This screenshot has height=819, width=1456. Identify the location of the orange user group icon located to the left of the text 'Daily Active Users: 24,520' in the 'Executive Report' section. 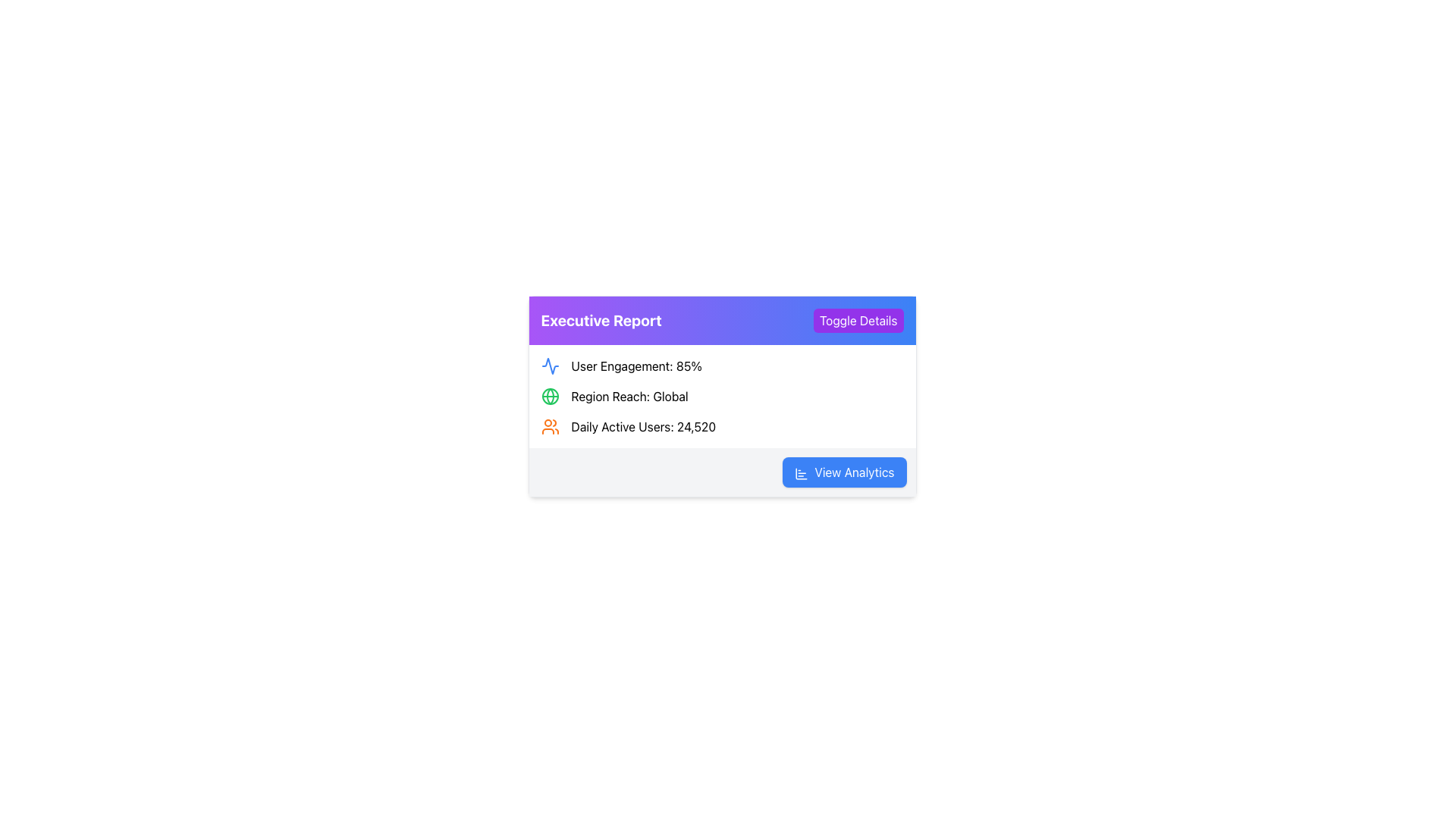
(549, 427).